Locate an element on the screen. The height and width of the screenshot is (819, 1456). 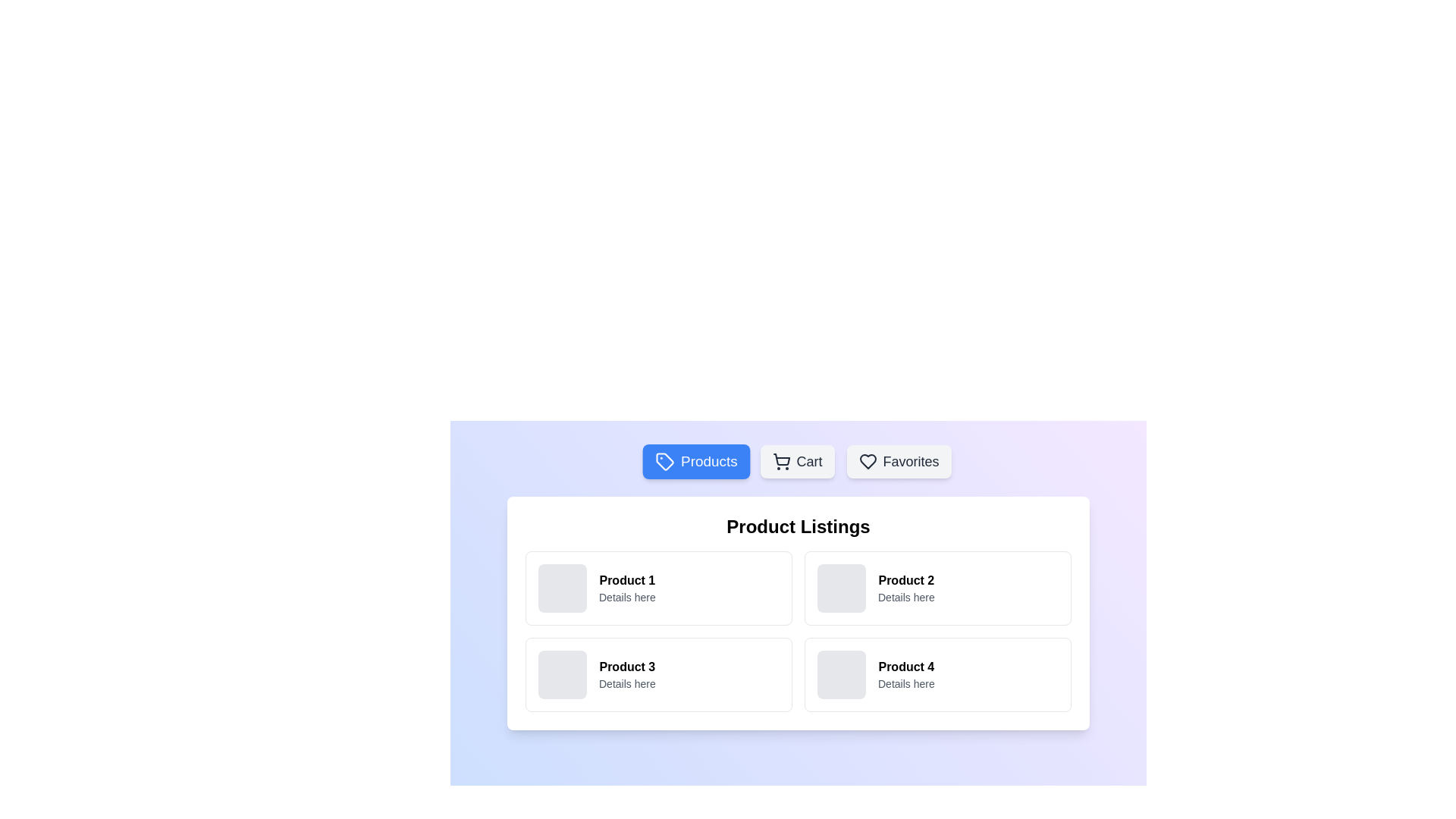
the static text label 'Product Listings' which is prominently displayed in bold and large font at the top of the product section is located at coordinates (797, 526).